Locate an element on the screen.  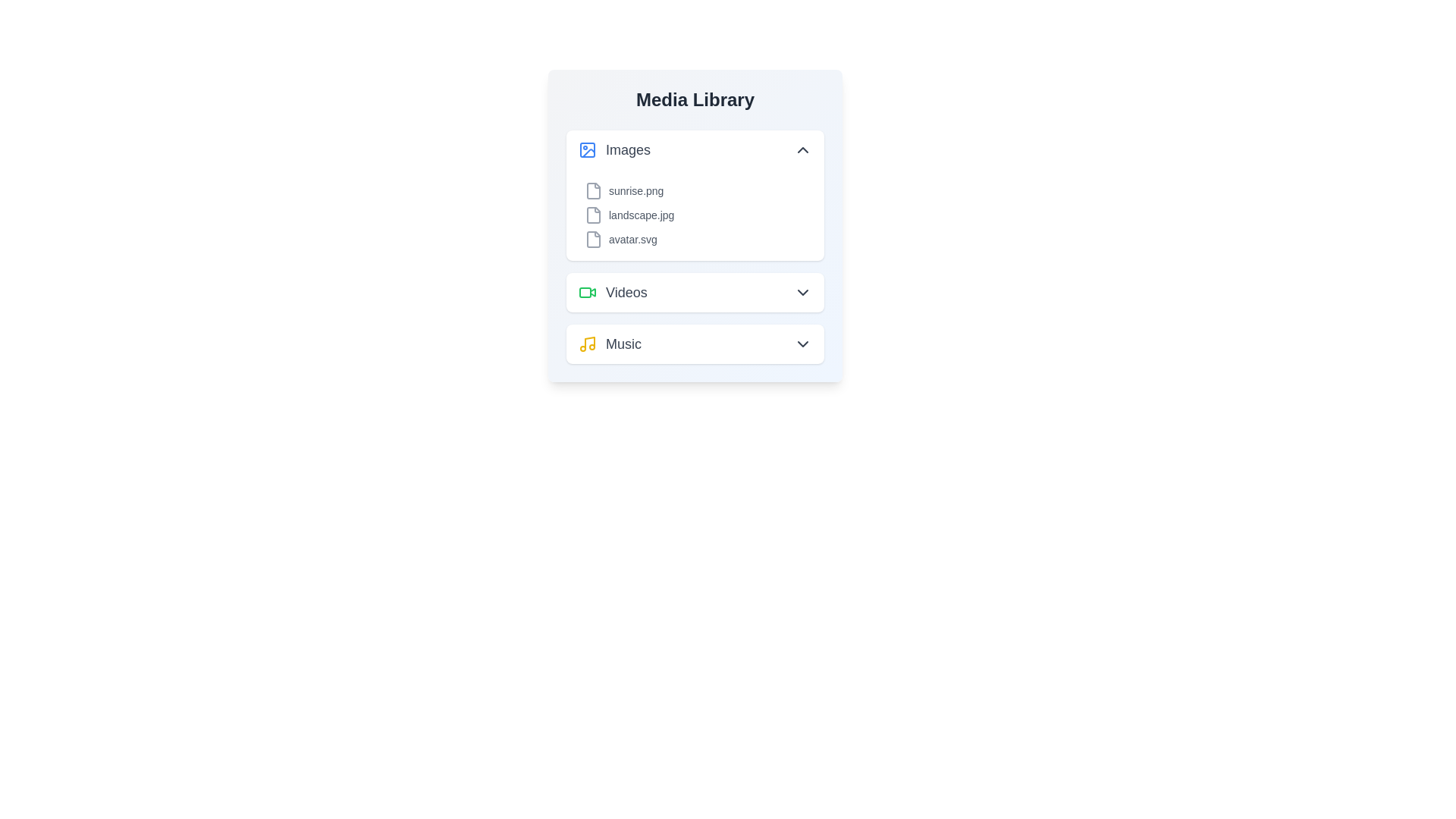
the 'Images' icon located on the left side of the 'Images' text label in the 'Media Library' section is located at coordinates (586, 149).